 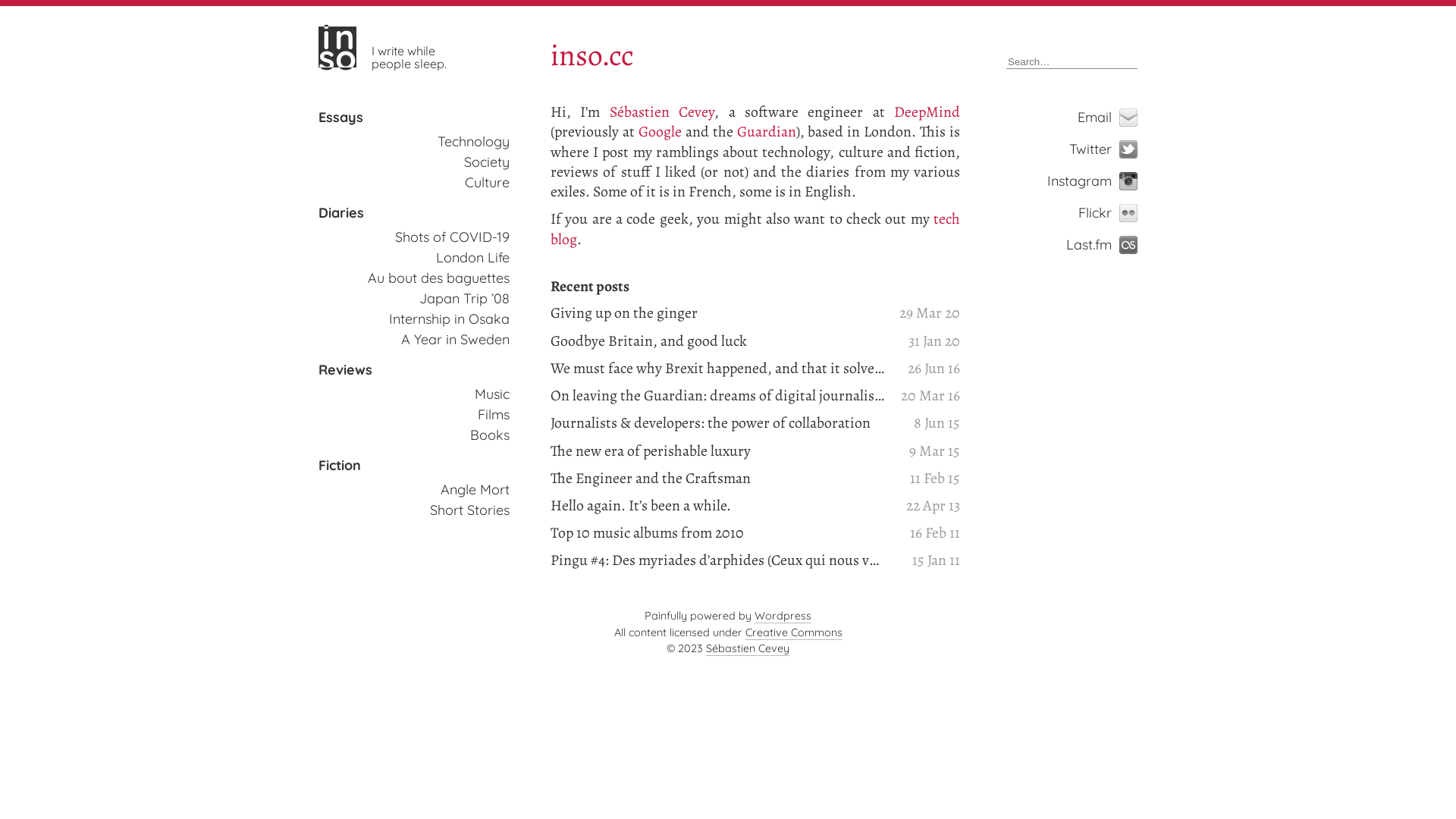 I want to click on 'Wordpress', so click(x=783, y=616).